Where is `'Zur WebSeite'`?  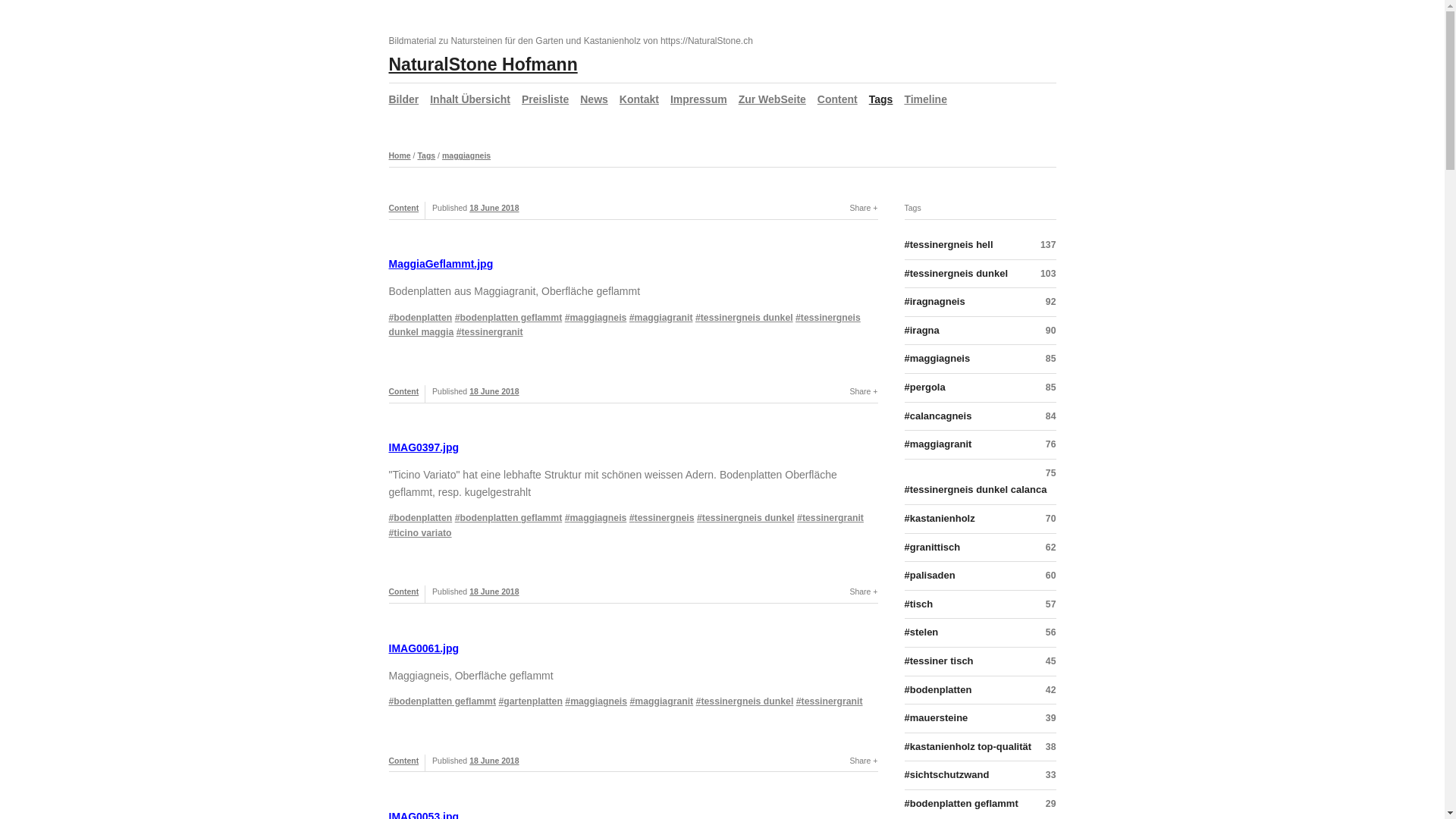 'Zur WebSeite' is located at coordinates (772, 99).